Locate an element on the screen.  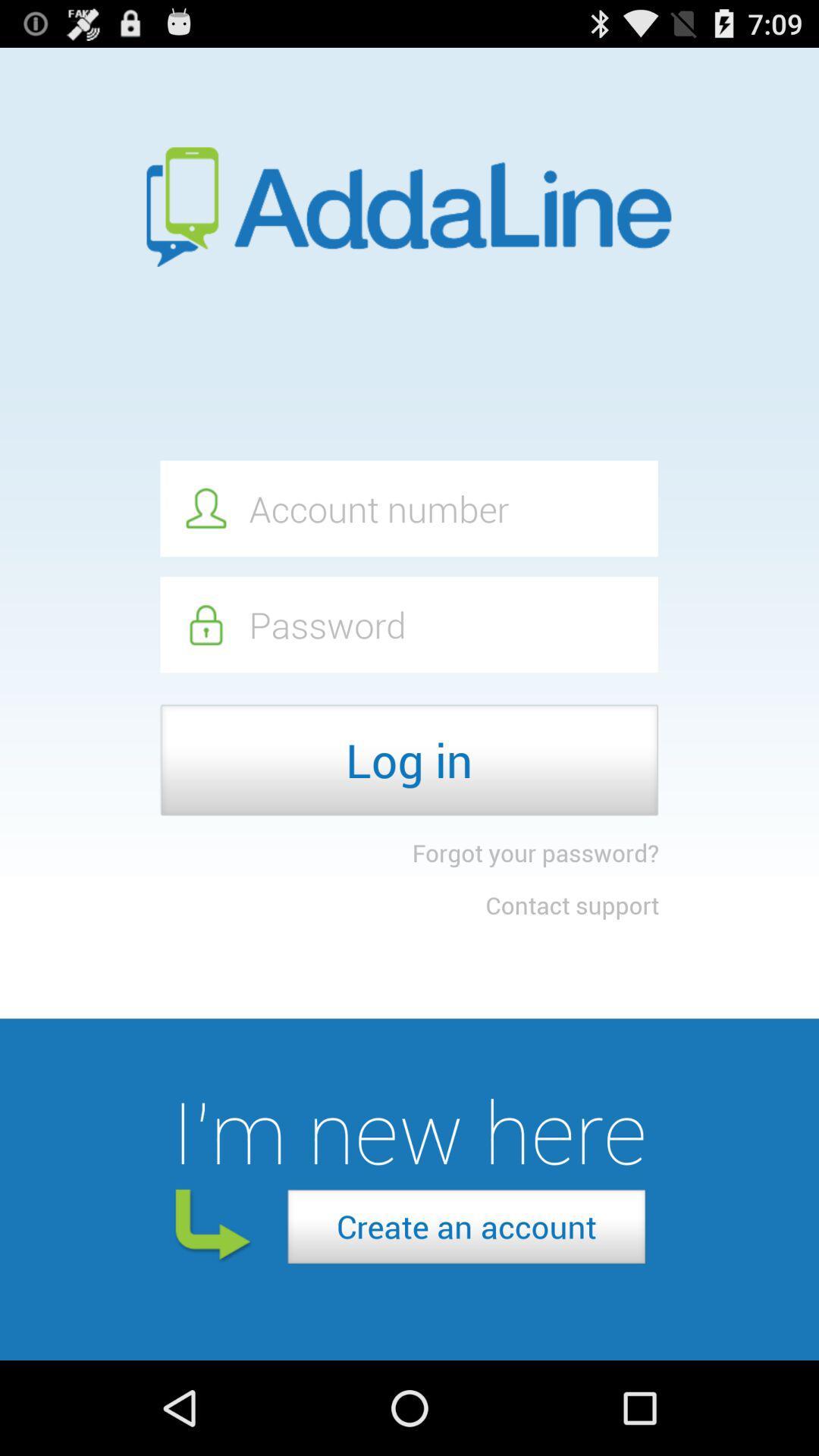
insert username is located at coordinates (408, 508).